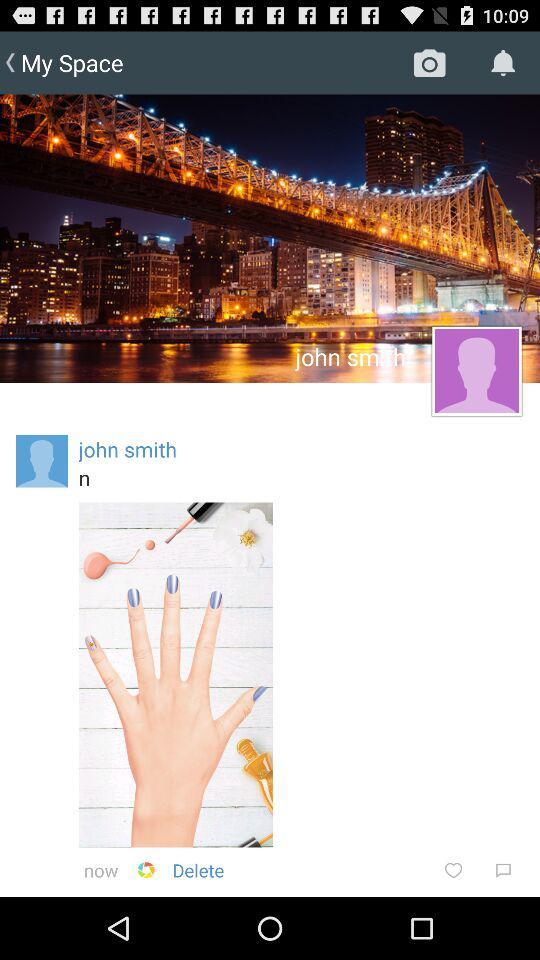  Describe the element at coordinates (42, 461) in the screenshot. I see `the app next to john smith icon` at that location.